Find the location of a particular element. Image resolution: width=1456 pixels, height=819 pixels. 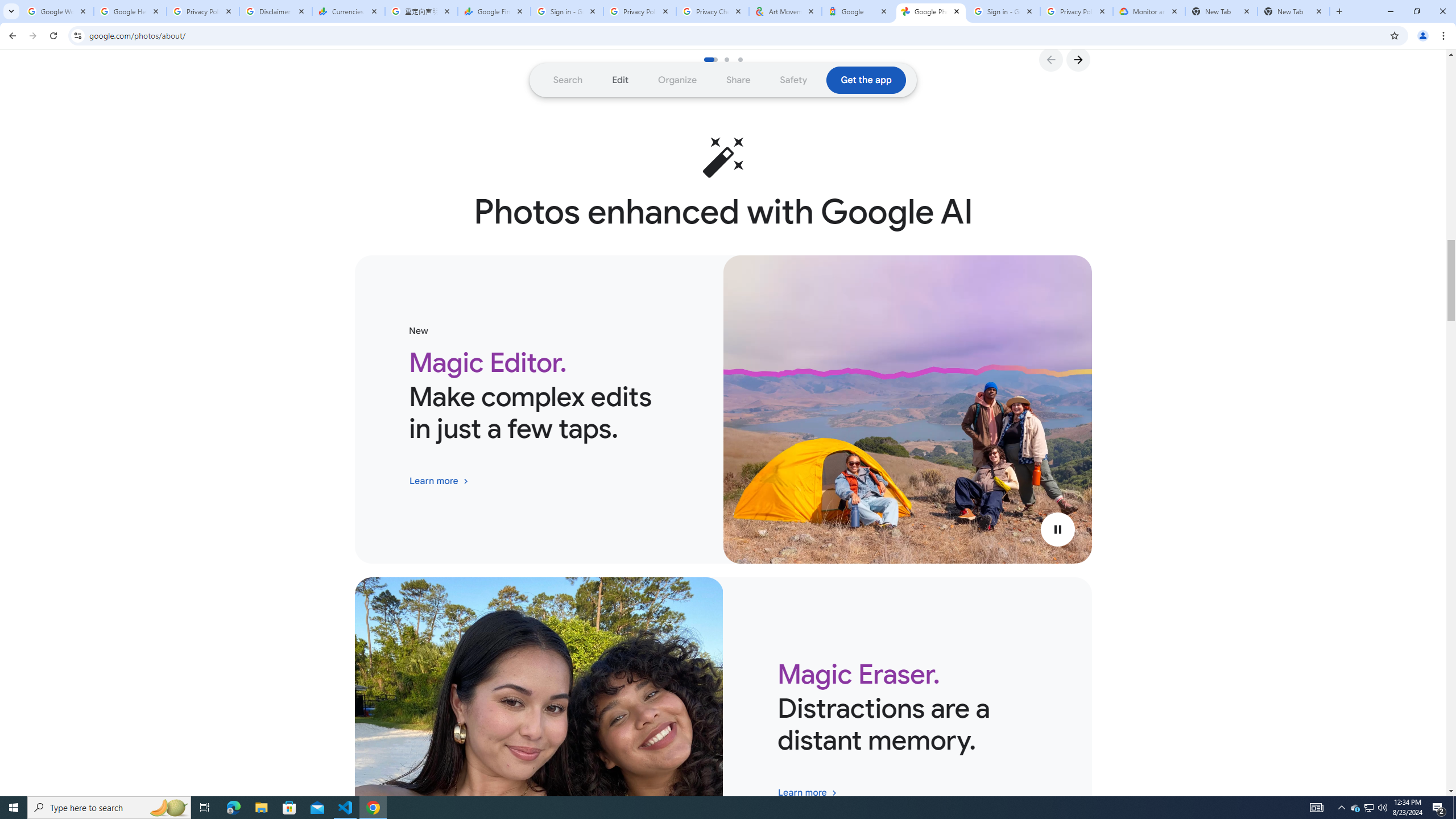

'Go to slide 1' is located at coordinates (710, 59).